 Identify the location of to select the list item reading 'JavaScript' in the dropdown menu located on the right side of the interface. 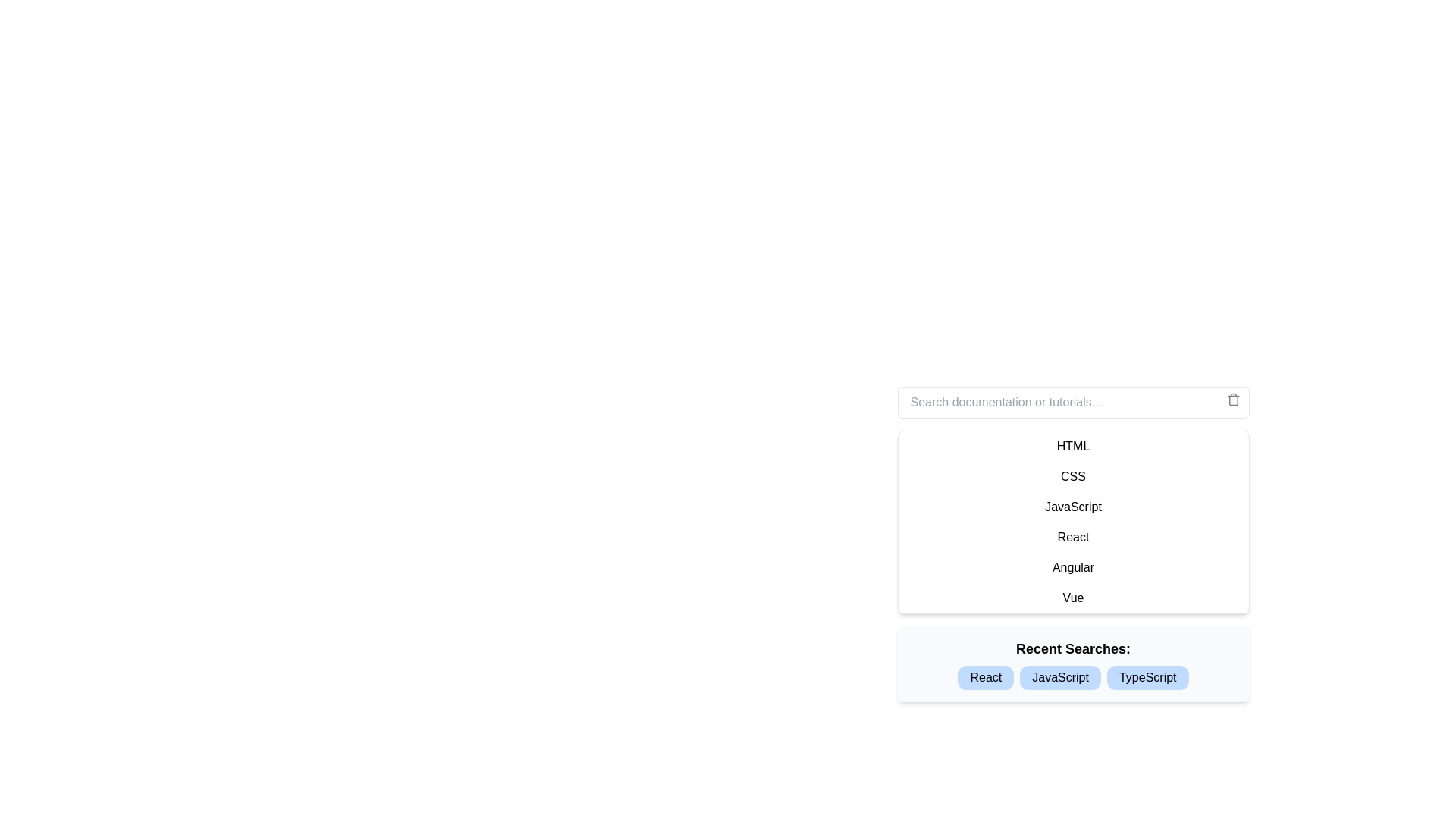
(1072, 507).